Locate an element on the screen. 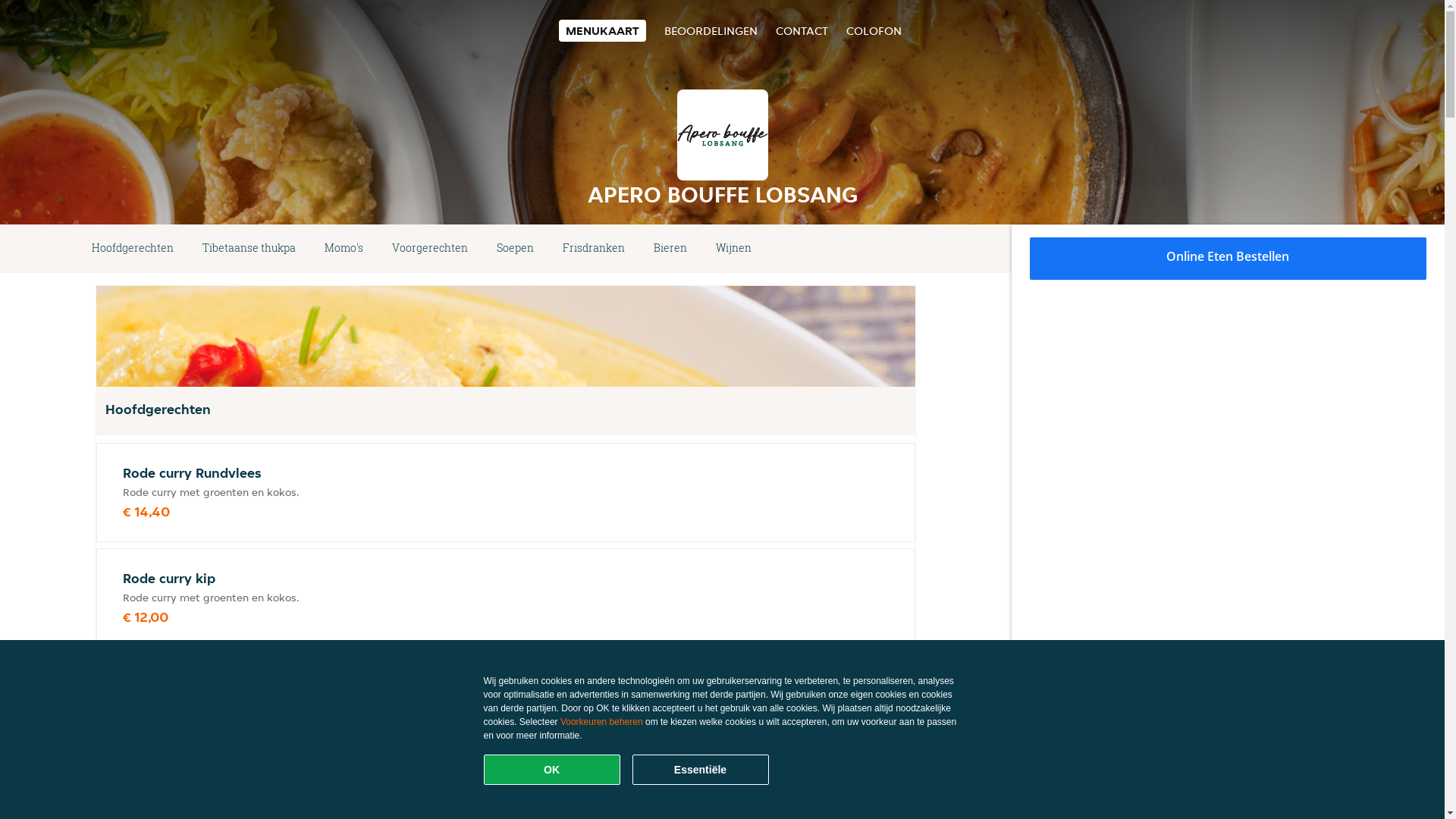  'Momo's' is located at coordinates (309, 247).